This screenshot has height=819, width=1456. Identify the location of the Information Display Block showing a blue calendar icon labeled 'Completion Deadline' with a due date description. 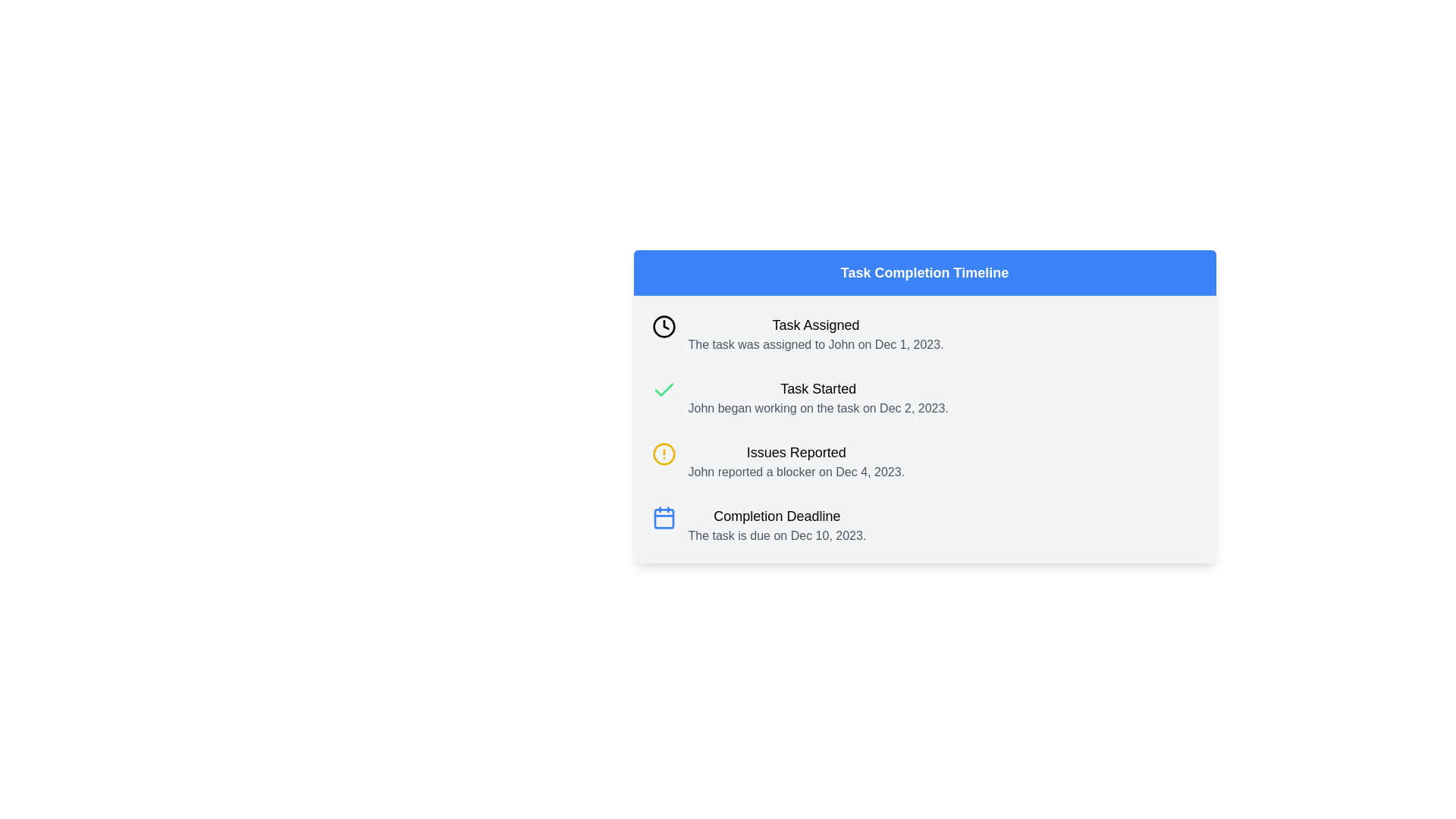
(924, 525).